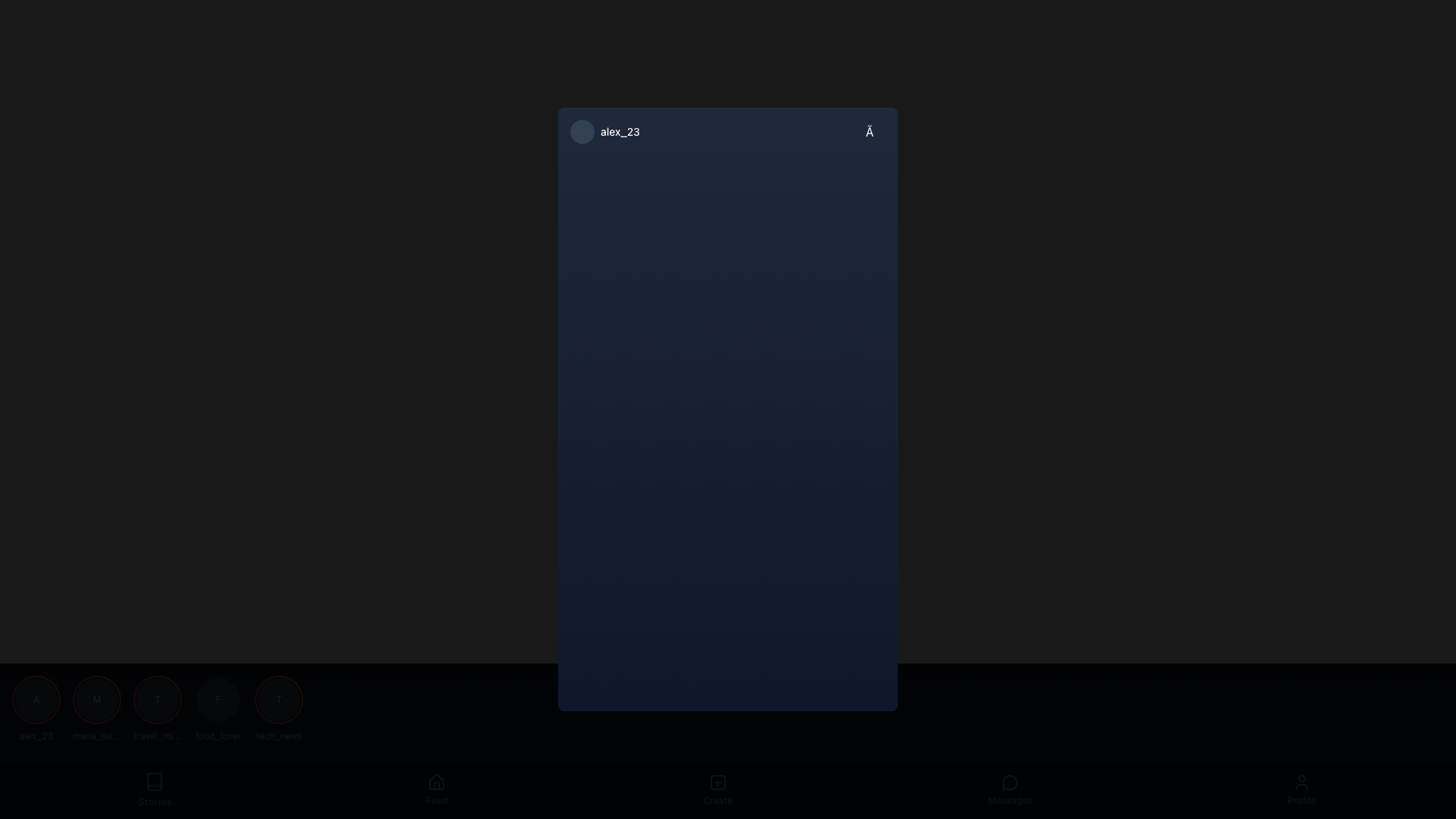 This screenshot has height=819, width=1456. I want to click on the profile identifier text 'alex_23', so click(604, 130).